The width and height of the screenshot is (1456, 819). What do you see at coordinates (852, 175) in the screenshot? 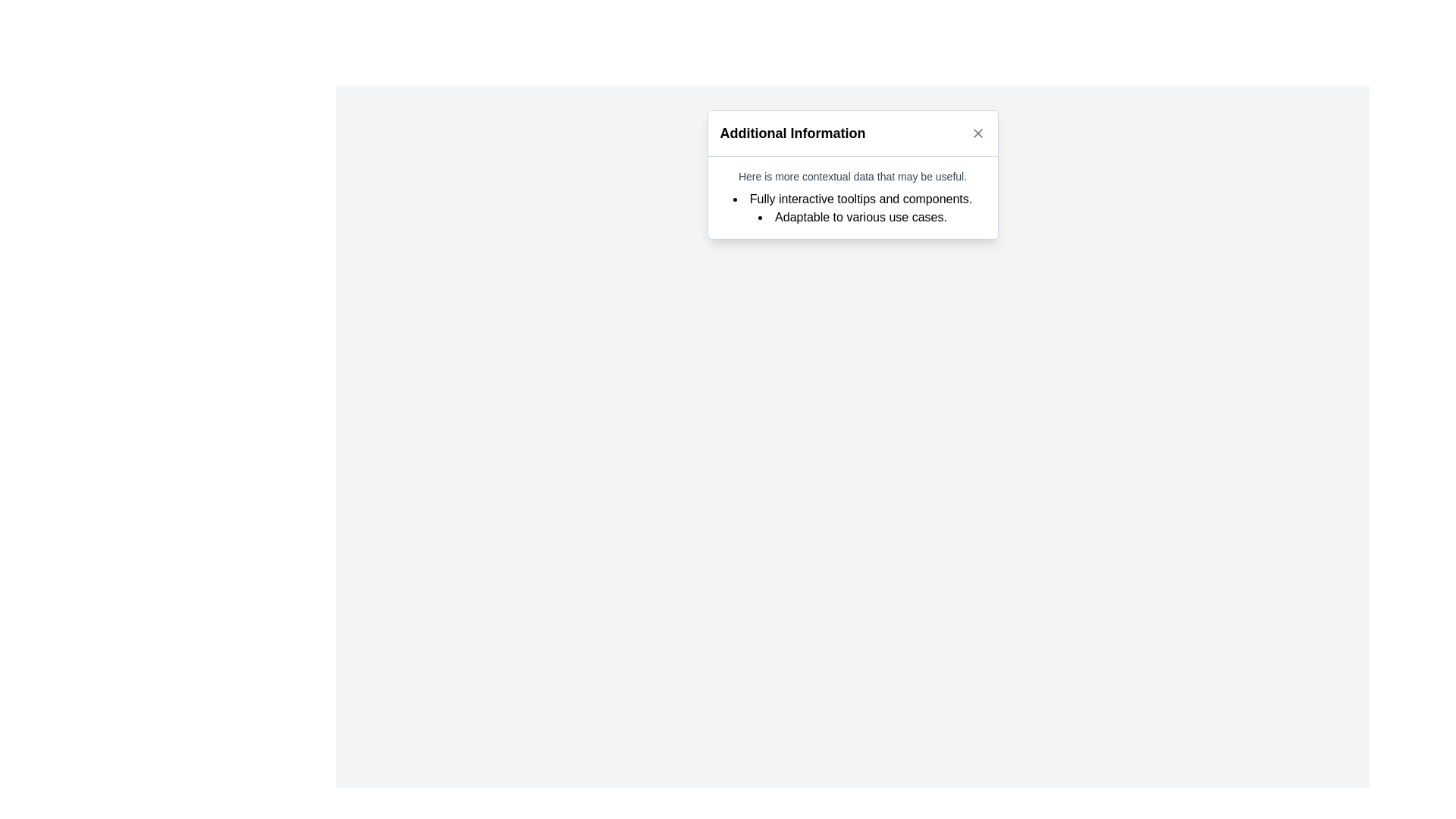
I see `the informational text reading 'Here is more contextual data that may be useful.'` at bounding box center [852, 175].